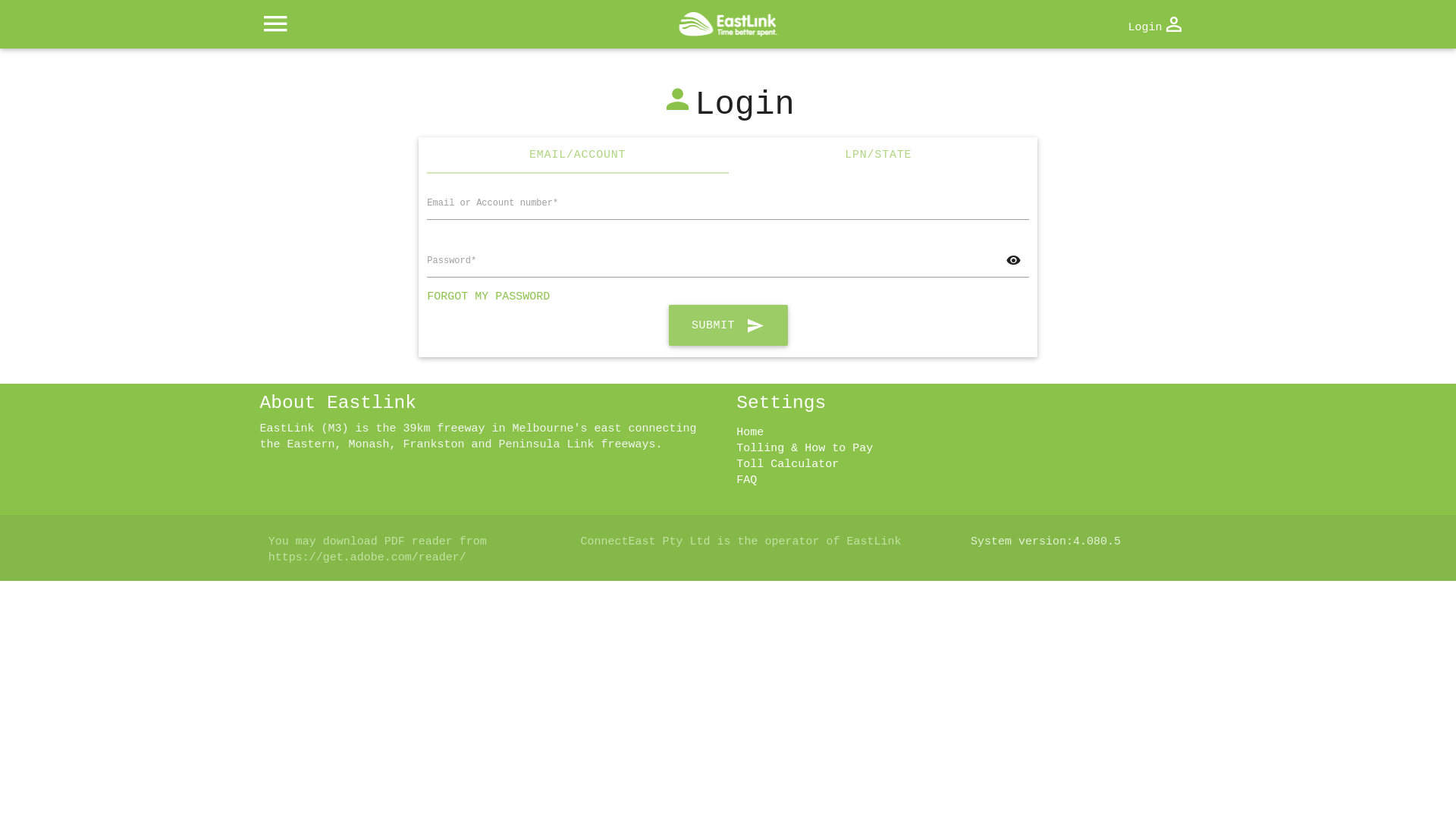  What do you see at coordinates (749, 432) in the screenshot?
I see `'Home'` at bounding box center [749, 432].